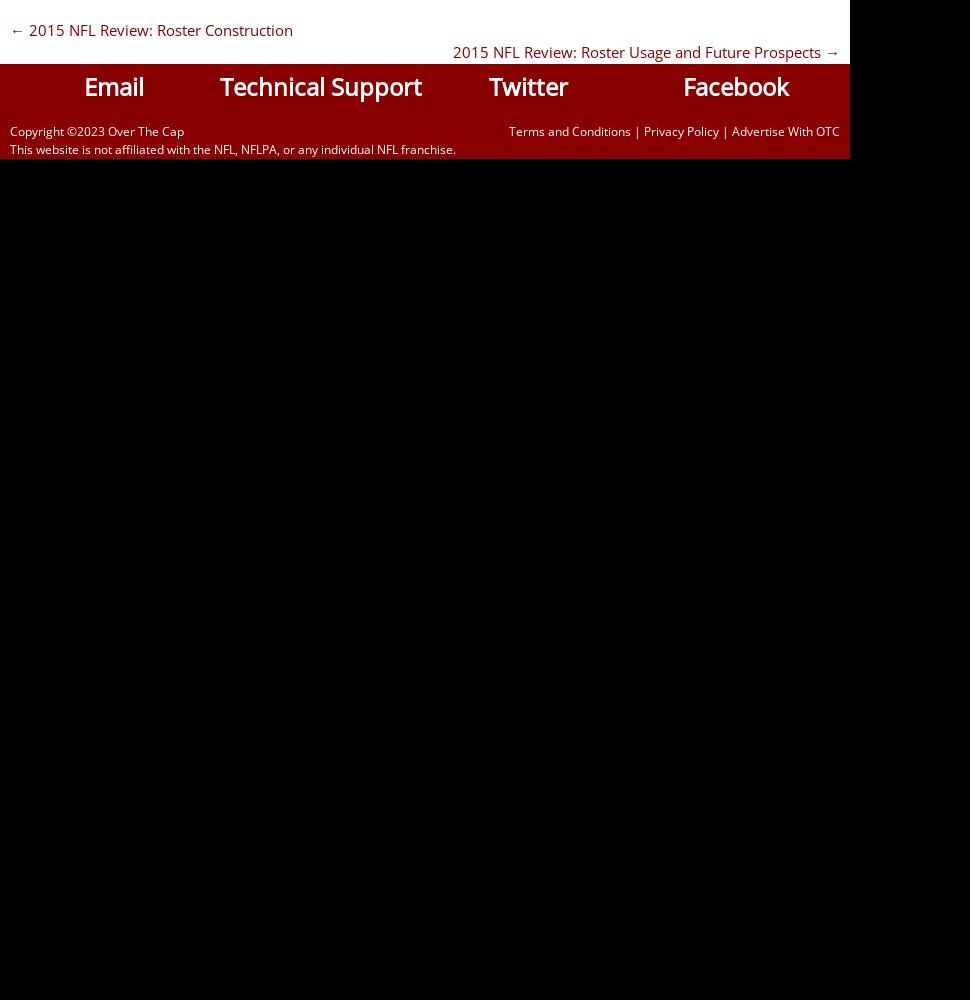 This screenshot has height=1000, width=970. I want to click on 'Technical Support', so click(320, 84).